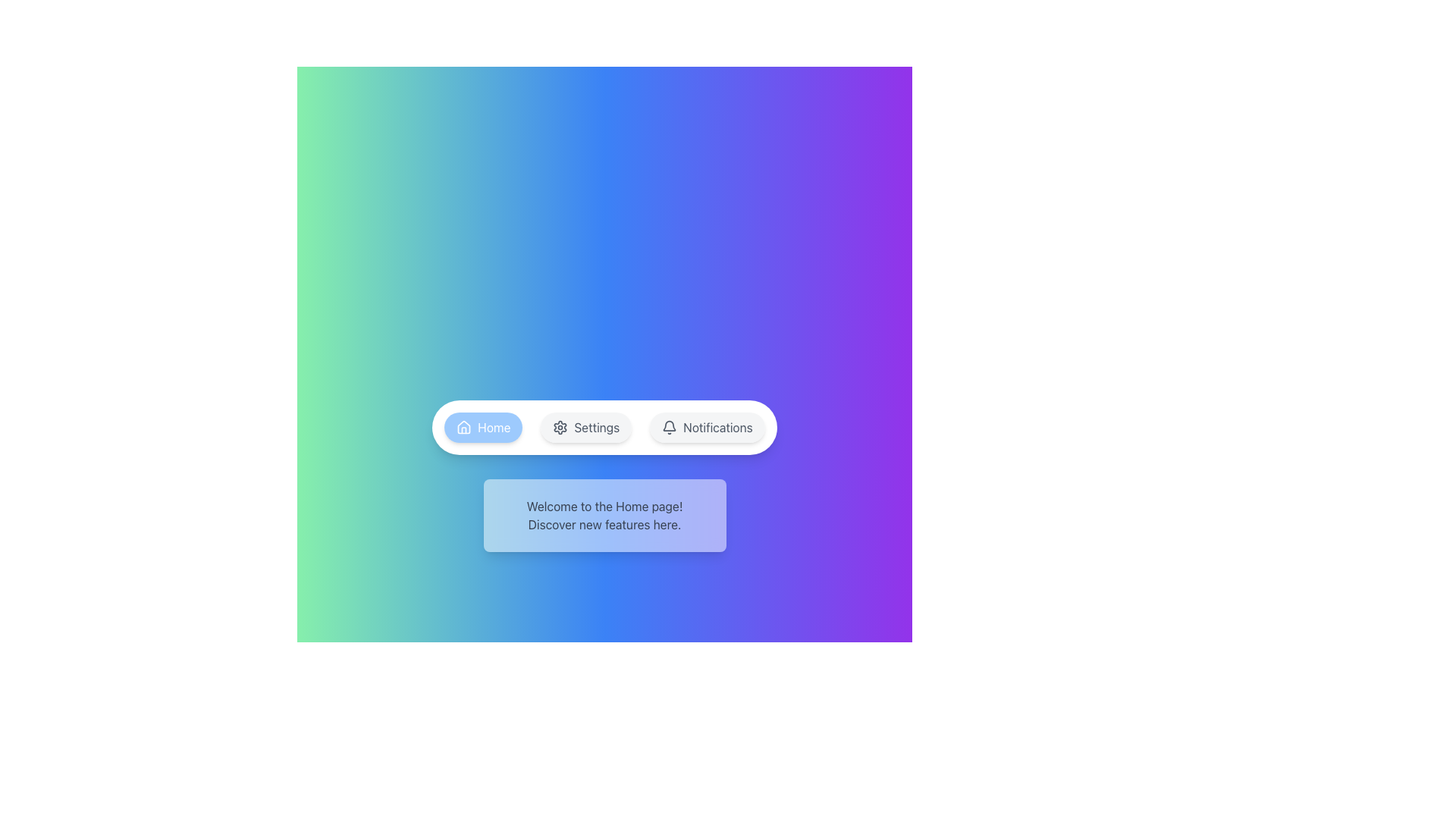  Describe the element at coordinates (596, 427) in the screenshot. I see `the 'Settings' text label, which is styled with a capitalized font and positioned to the right of a gear icon in the middle navigation bar` at that location.